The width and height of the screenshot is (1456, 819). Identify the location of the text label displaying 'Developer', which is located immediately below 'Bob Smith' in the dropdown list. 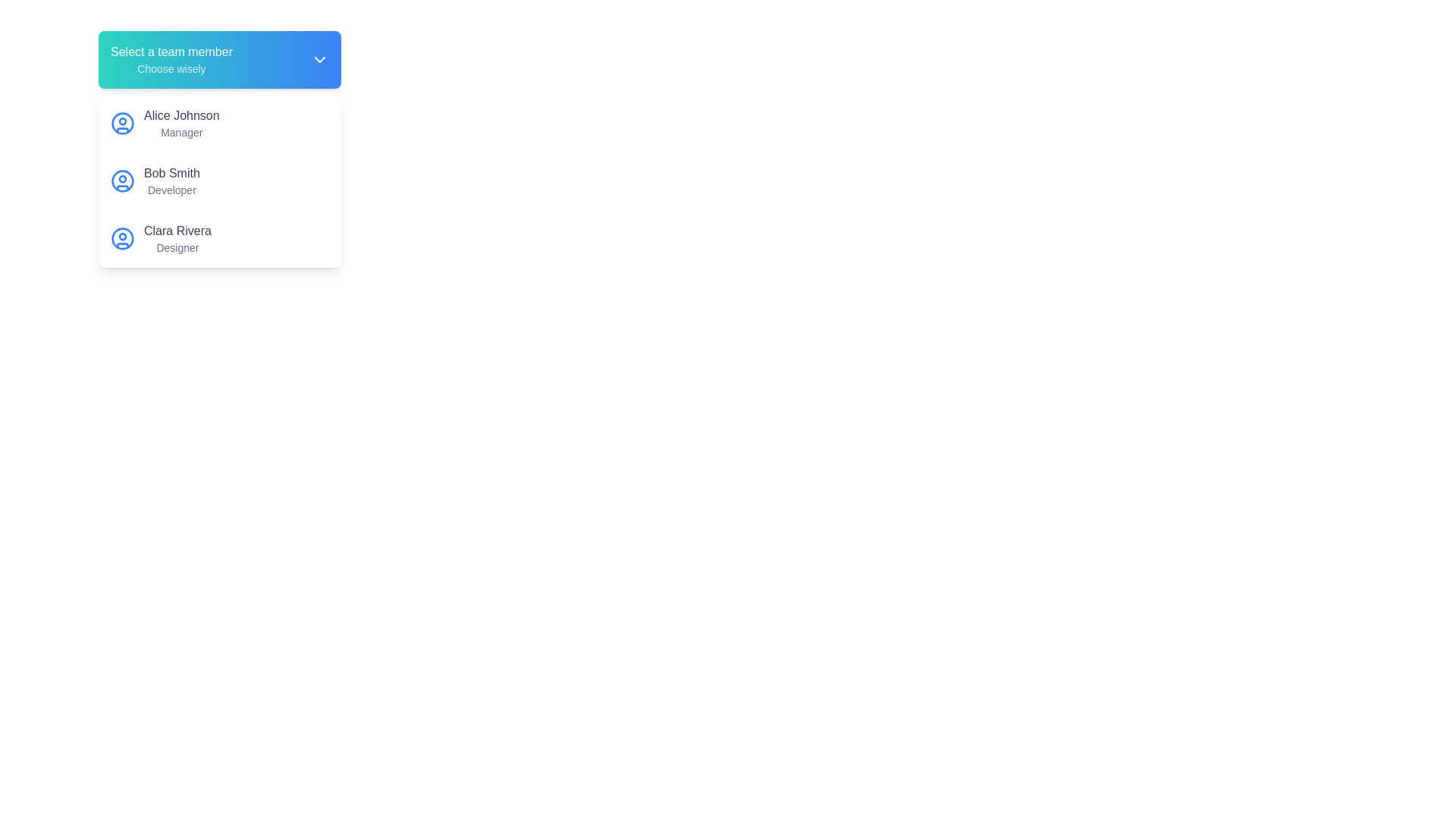
(171, 189).